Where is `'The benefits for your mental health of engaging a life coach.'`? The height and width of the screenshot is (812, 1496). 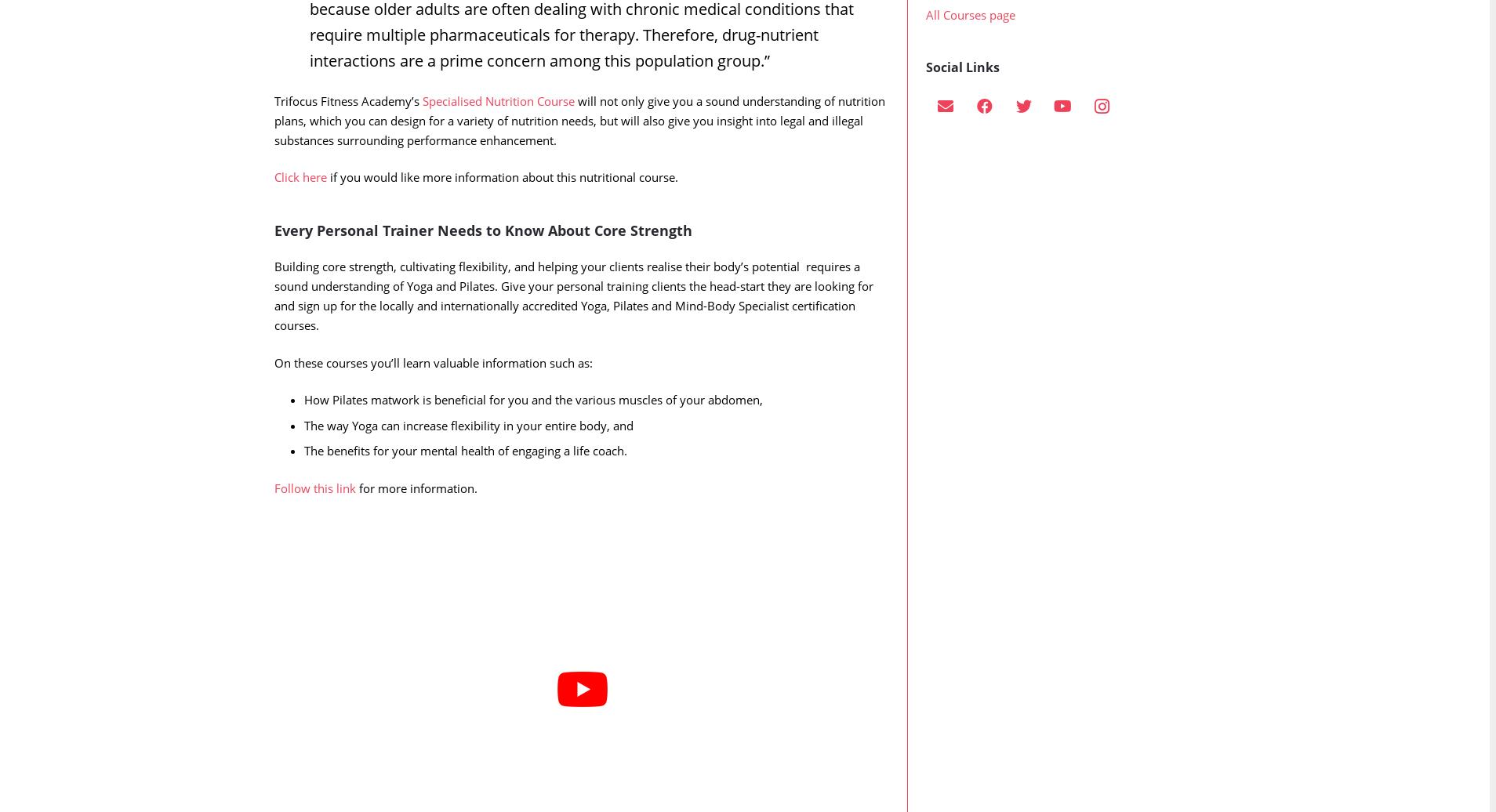
'The benefits for your mental health of engaging a life coach.' is located at coordinates (464, 481).